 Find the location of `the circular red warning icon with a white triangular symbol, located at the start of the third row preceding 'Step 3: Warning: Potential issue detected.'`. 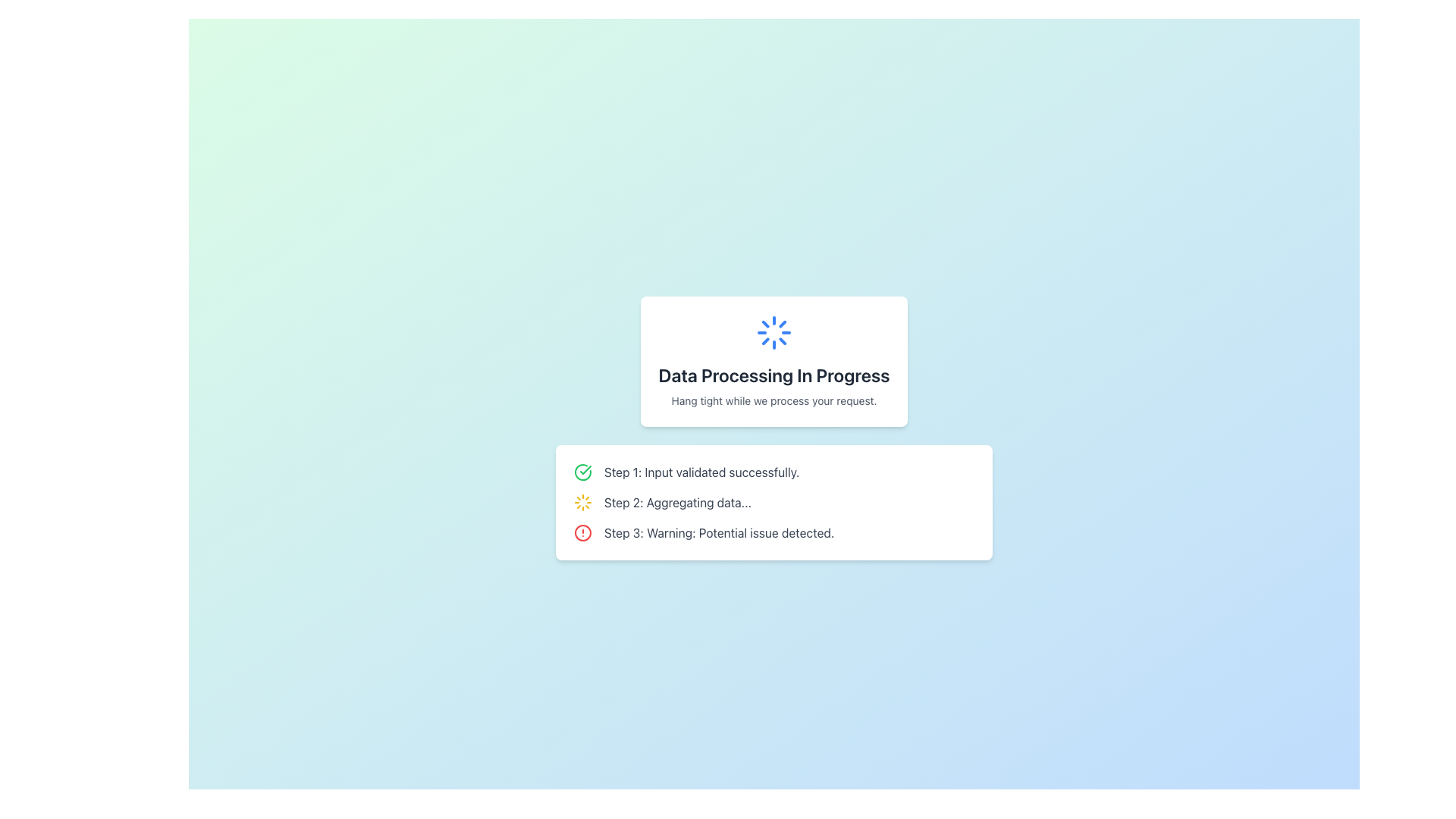

the circular red warning icon with a white triangular symbol, located at the start of the third row preceding 'Step 3: Warning: Potential issue detected.' is located at coordinates (582, 532).